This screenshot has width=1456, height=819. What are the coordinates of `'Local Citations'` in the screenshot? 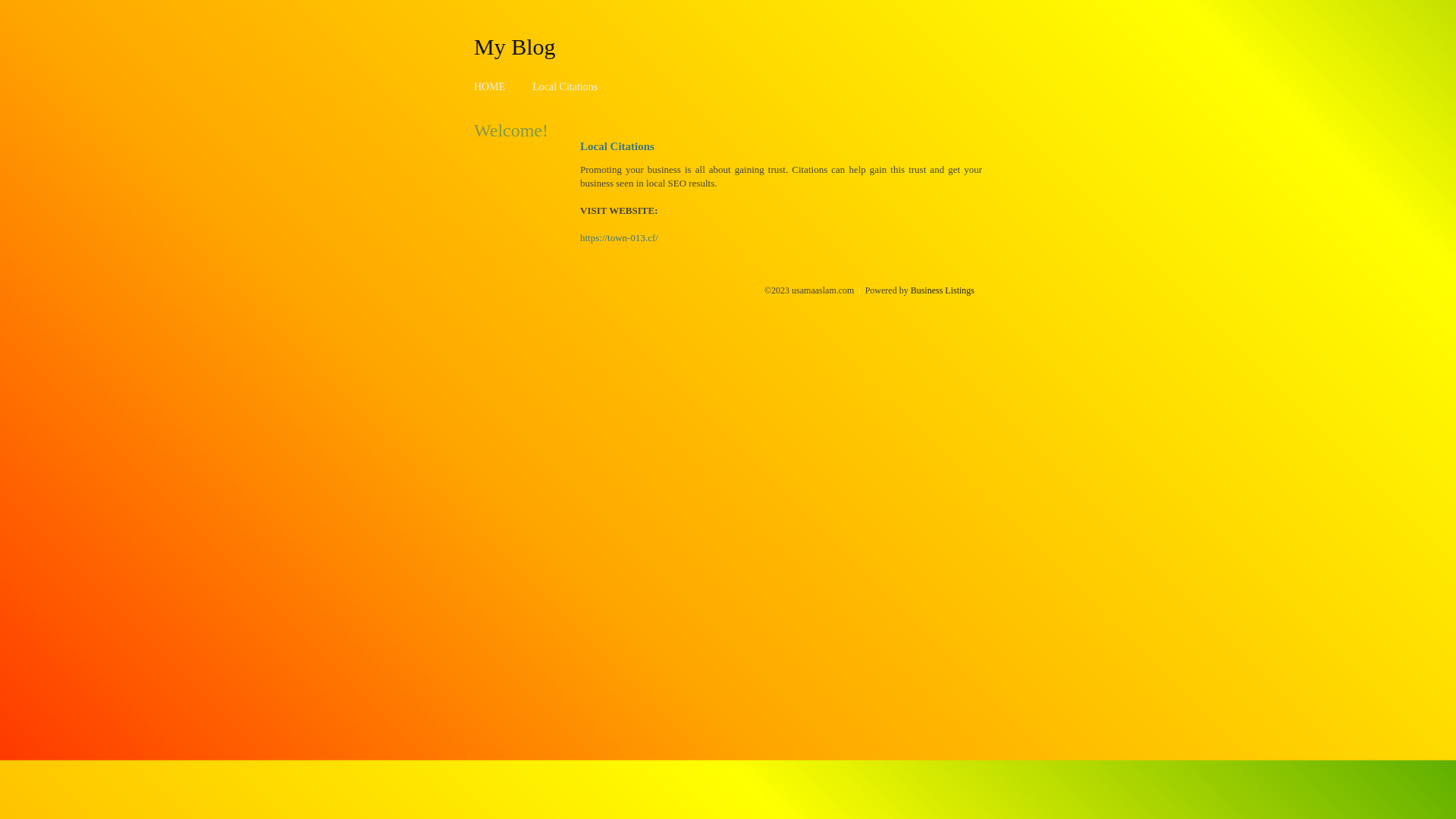 It's located at (532, 86).